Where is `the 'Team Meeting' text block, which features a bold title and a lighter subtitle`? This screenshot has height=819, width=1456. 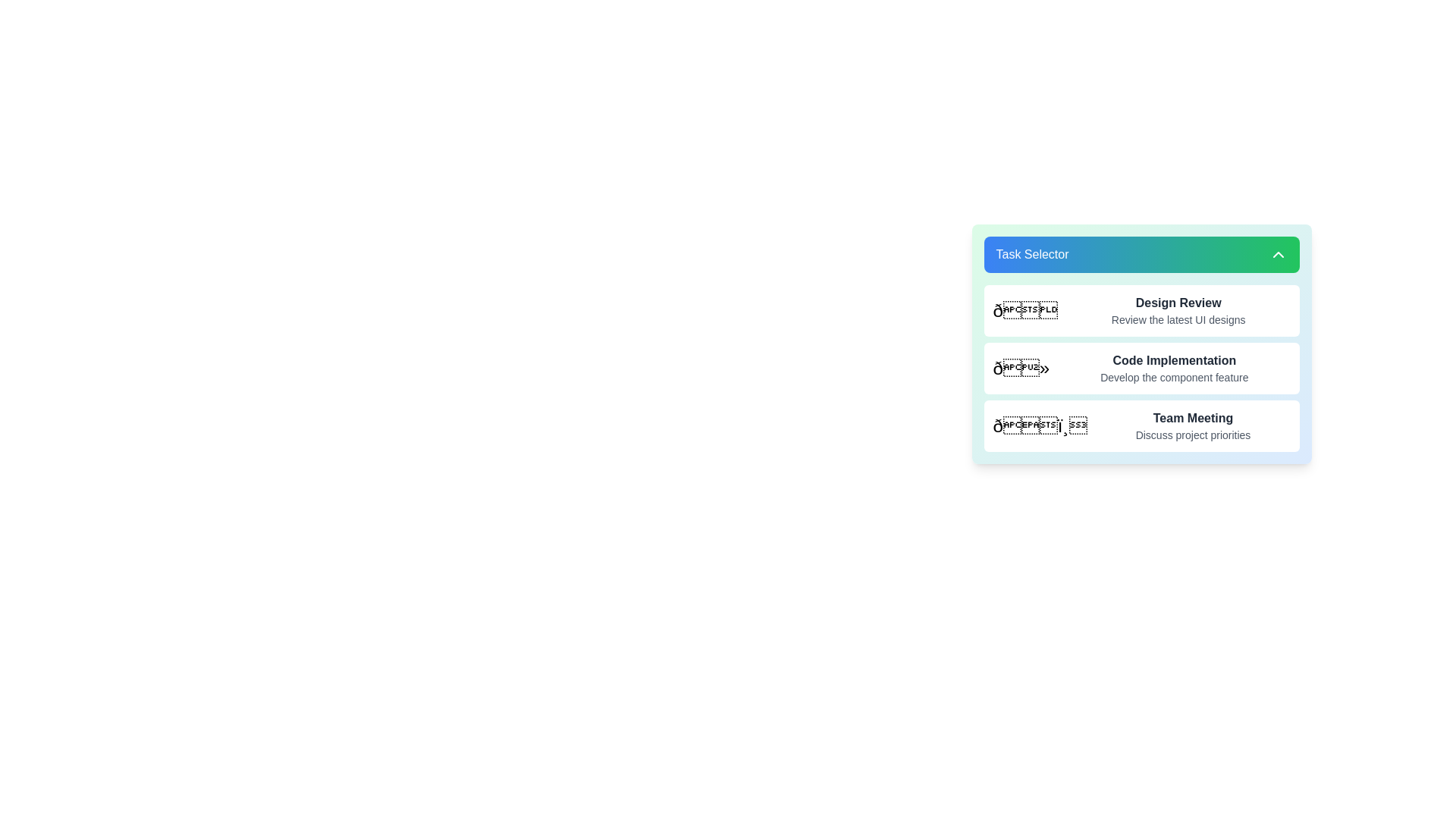
the 'Team Meeting' text block, which features a bold title and a lighter subtitle is located at coordinates (1192, 426).